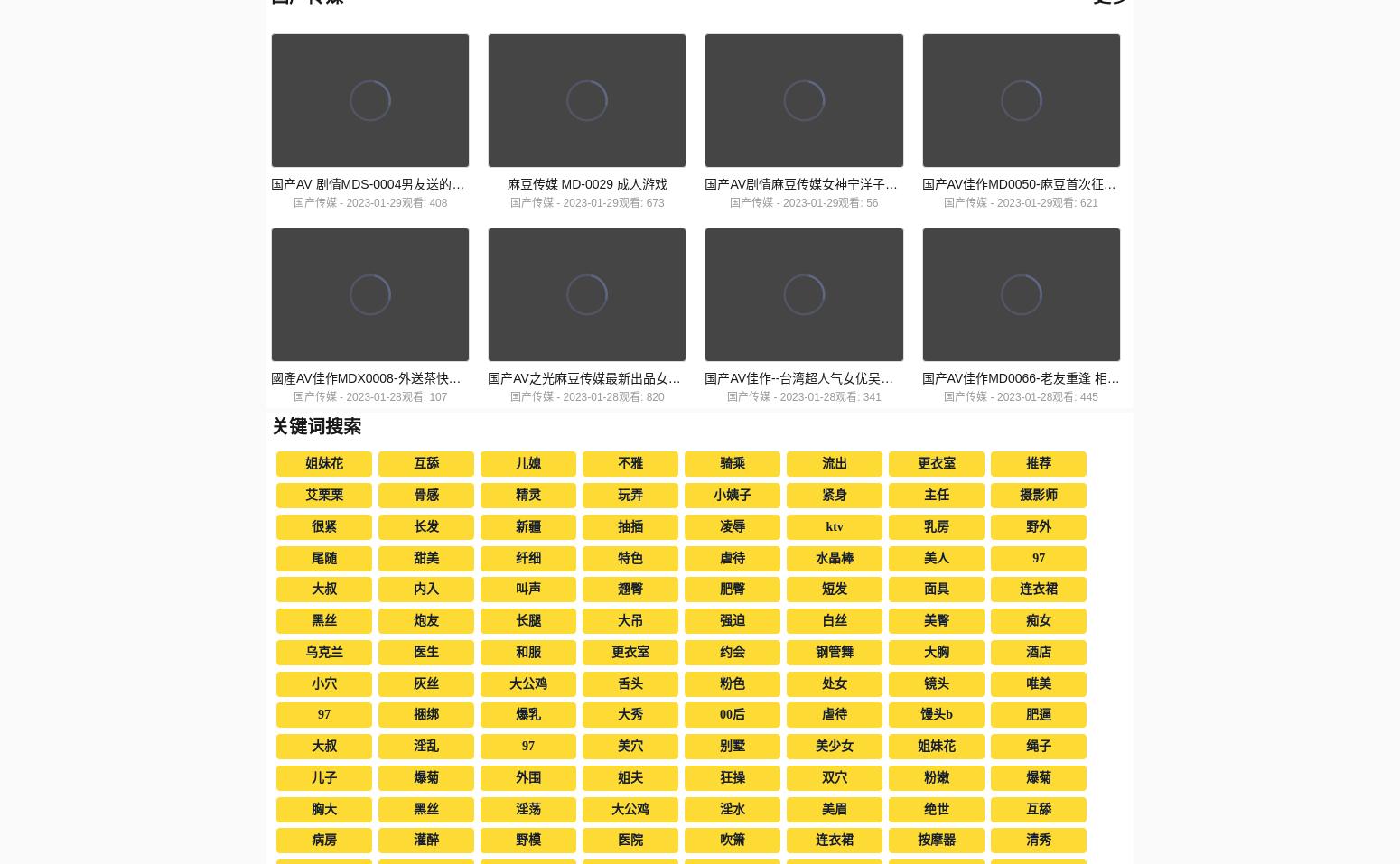 The width and height of the screenshot is (1400, 864). I want to click on '国产AV剧情麻豆传媒女神宁洋子最新力作MDX0009 桃色坏女友卖弄风骚硬上贪玩H-GAME男友', so click(969, 183).